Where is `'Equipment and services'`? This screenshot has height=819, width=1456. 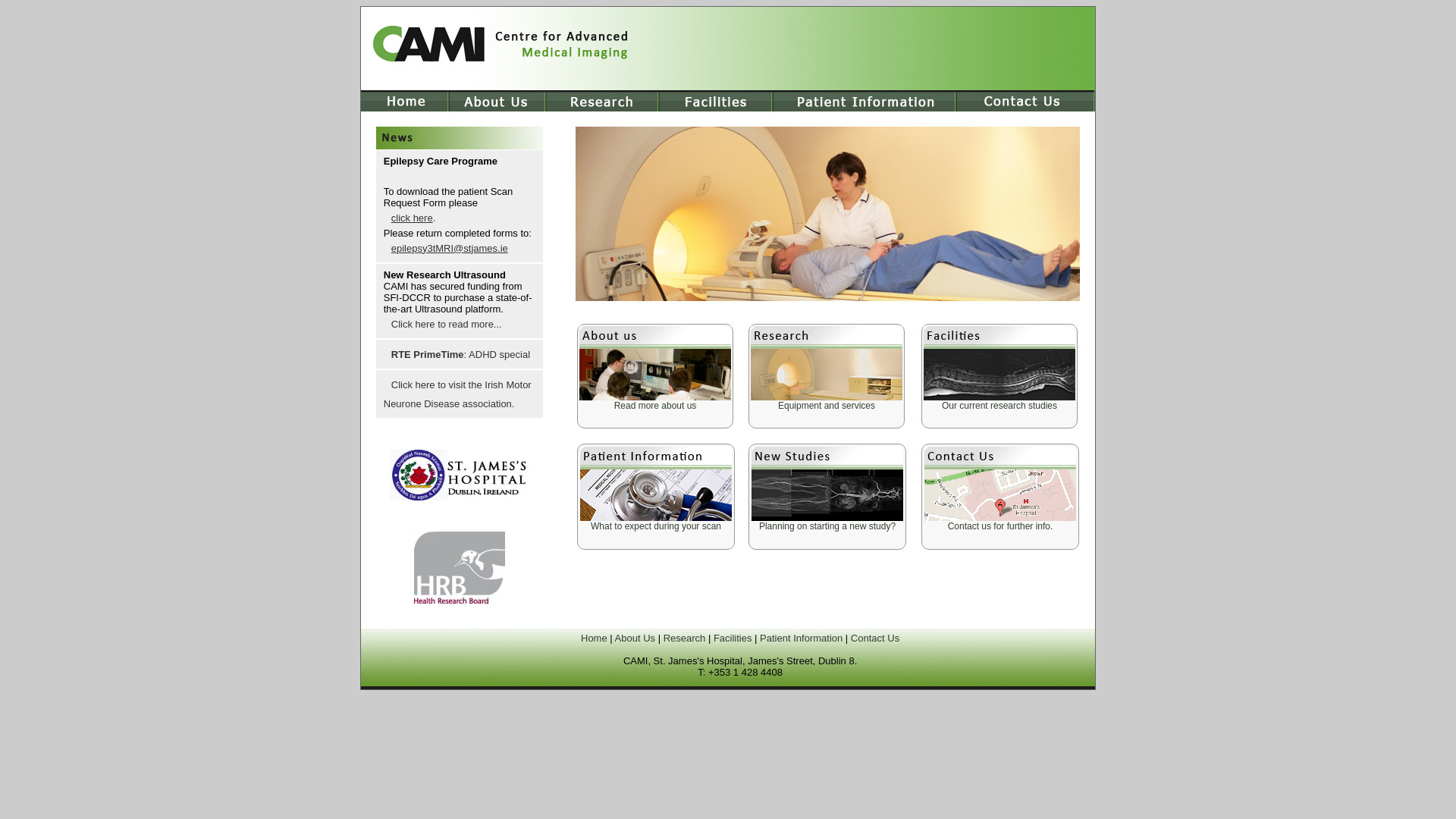
'Equipment and services' is located at coordinates (825, 405).